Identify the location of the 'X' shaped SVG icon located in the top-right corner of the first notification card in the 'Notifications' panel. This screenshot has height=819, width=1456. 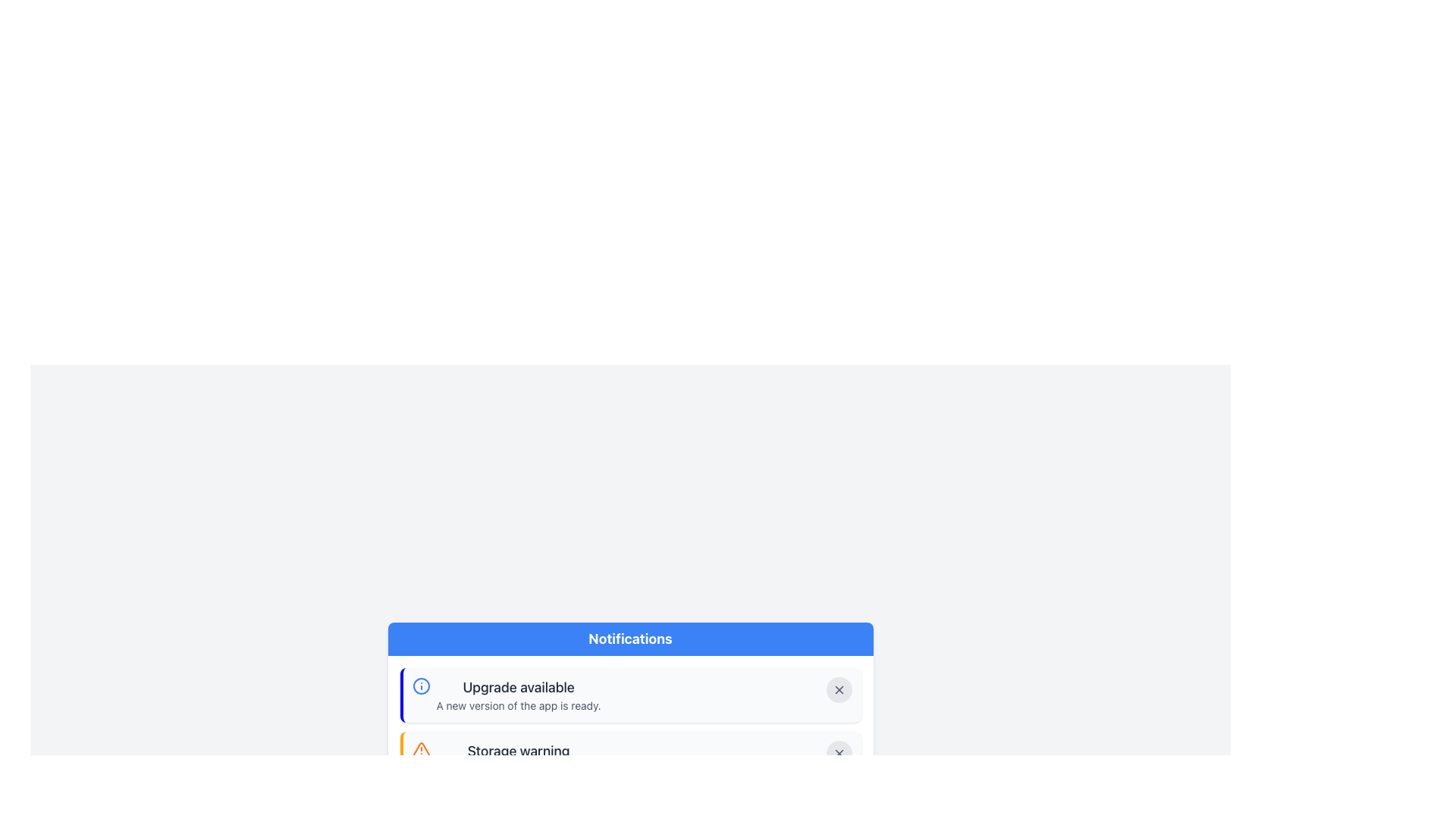
(838, 690).